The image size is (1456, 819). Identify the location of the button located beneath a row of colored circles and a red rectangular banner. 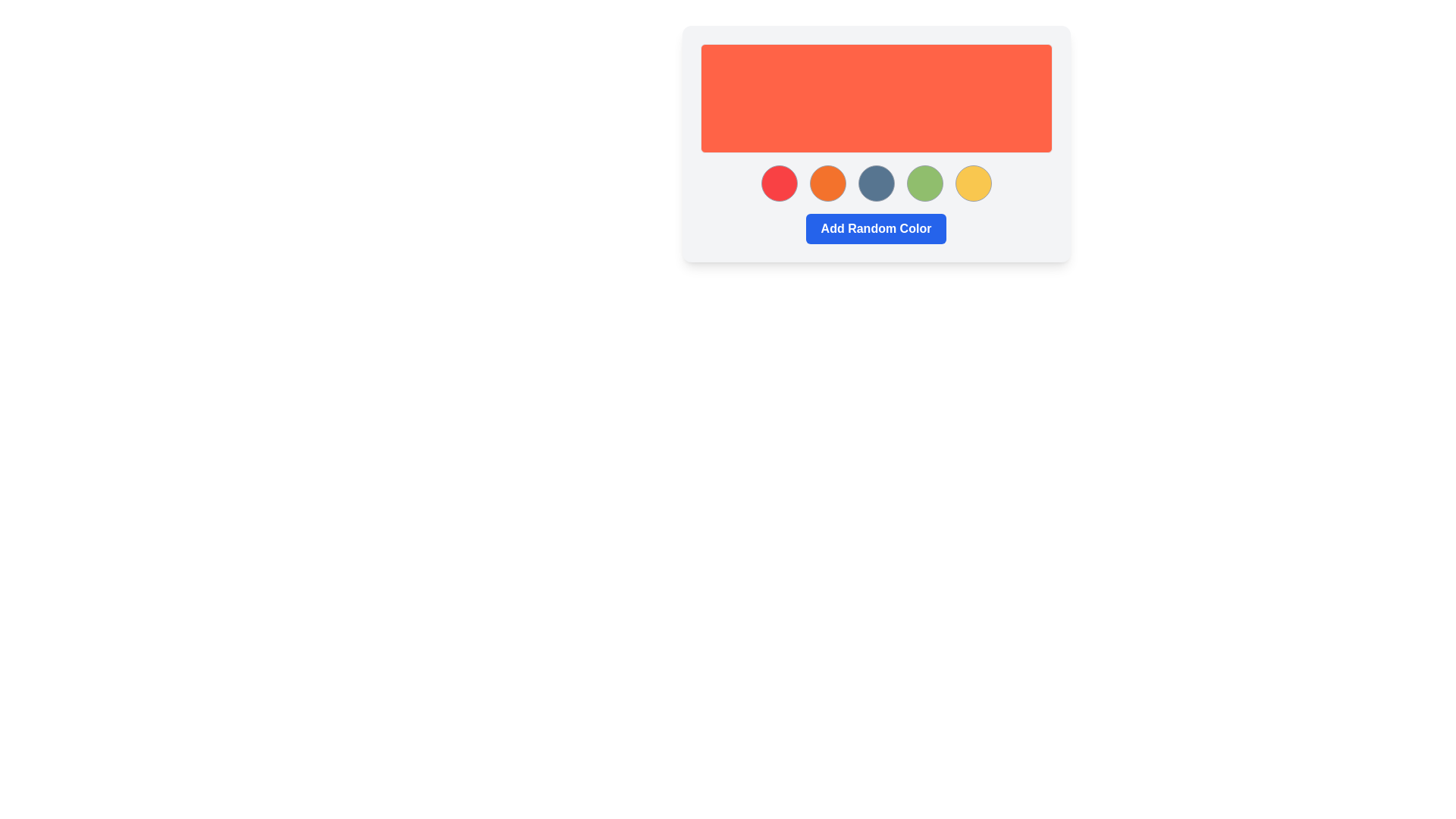
(876, 228).